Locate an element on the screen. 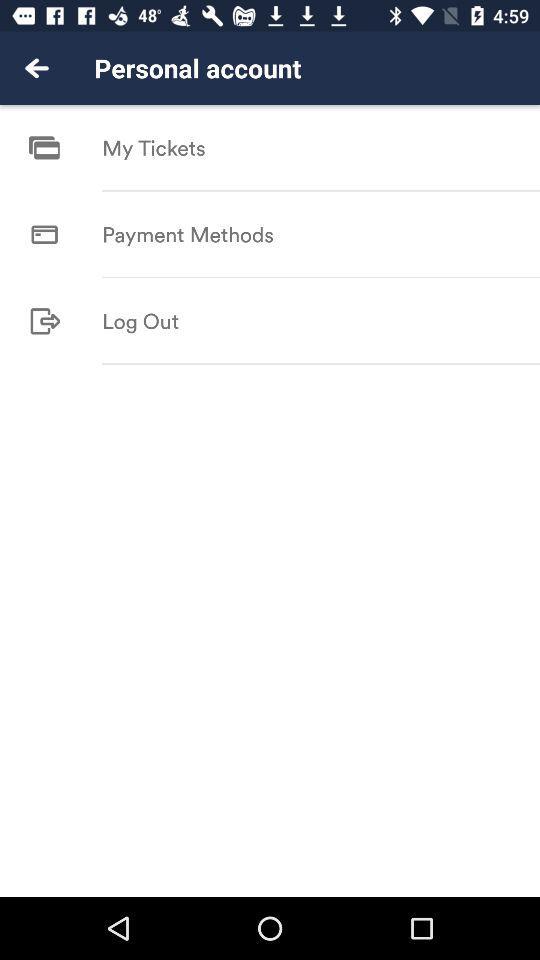 This screenshot has width=540, height=960. the item below the my tickets is located at coordinates (321, 190).